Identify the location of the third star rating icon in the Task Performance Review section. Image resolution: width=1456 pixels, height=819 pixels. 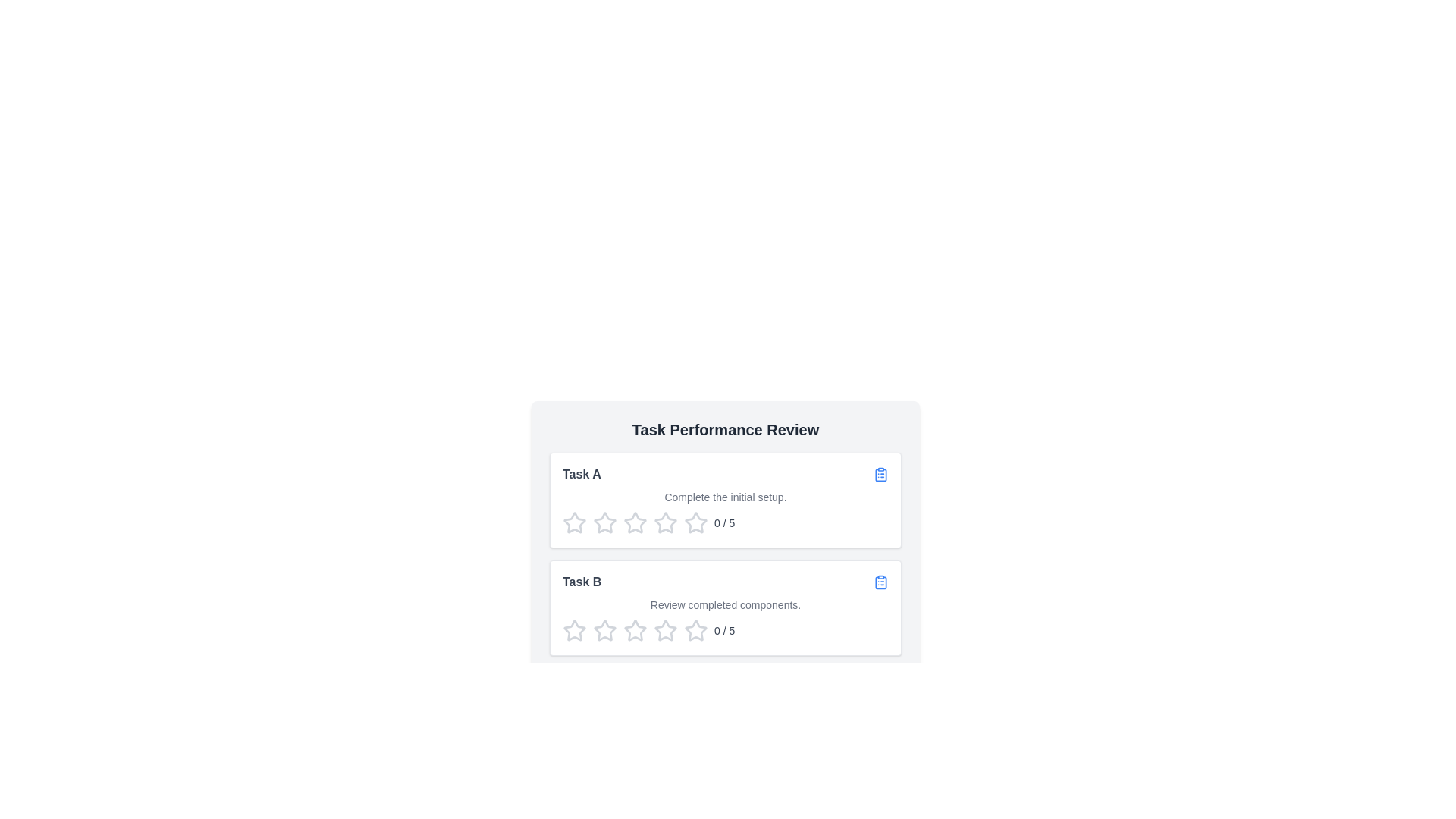
(666, 522).